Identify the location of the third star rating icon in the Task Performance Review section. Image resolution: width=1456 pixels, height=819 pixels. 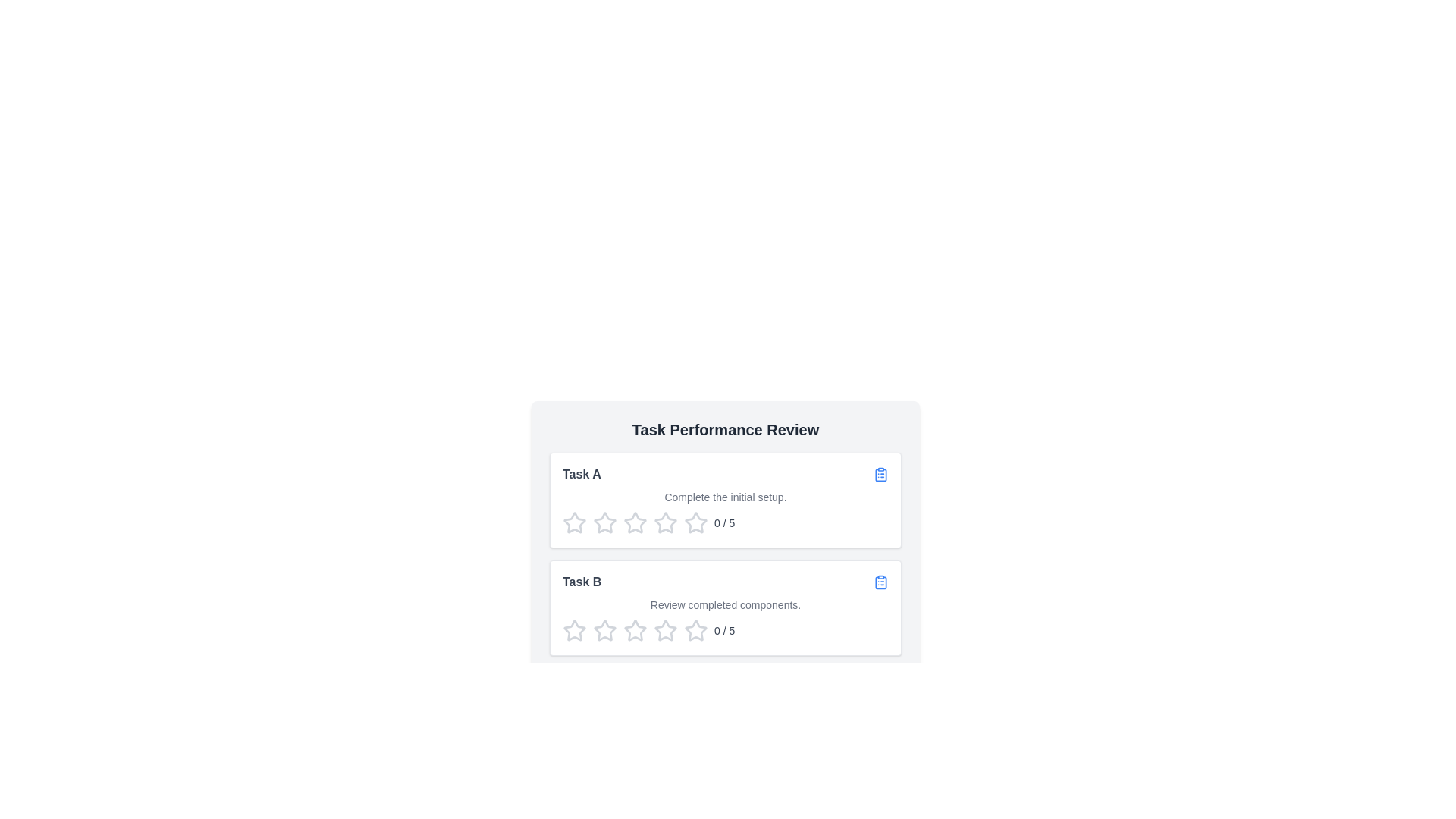
(666, 522).